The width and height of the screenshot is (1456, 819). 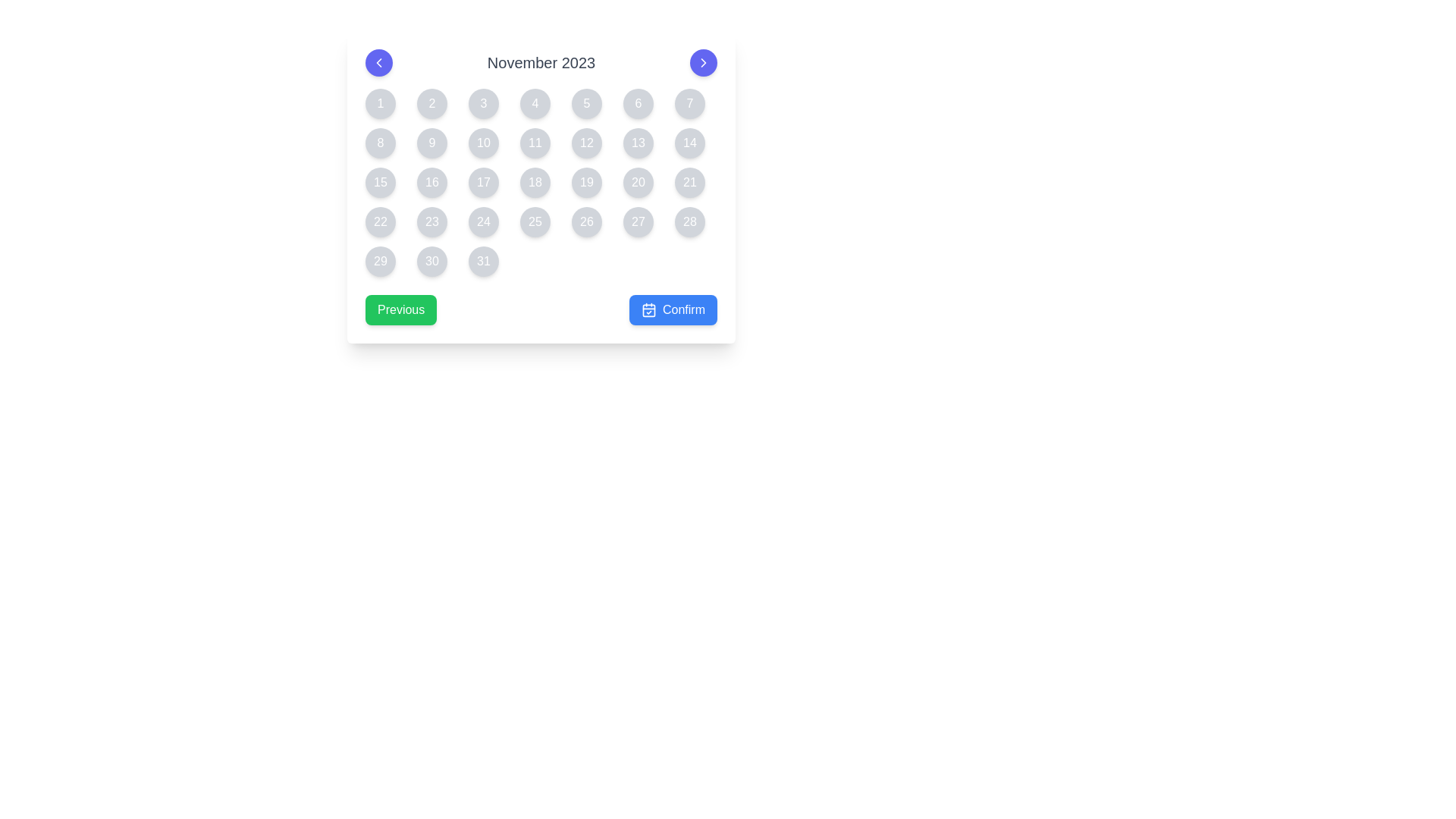 I want to click on the rounded button labeled '2' with a white number on a light gray background, so click(x=431, y=103).